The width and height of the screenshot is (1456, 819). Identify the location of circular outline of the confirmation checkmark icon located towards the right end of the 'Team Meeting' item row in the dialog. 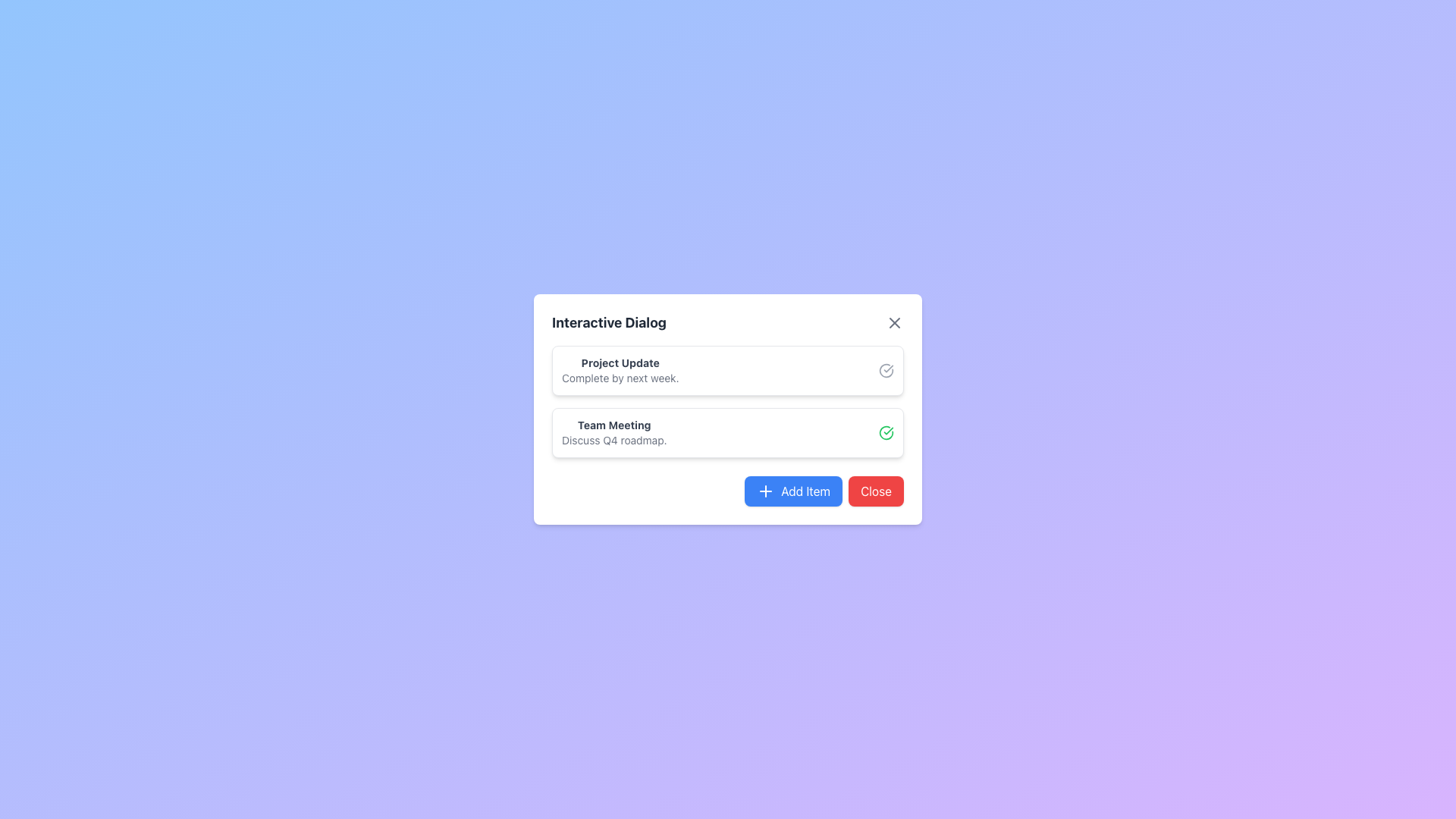
(886, 432).